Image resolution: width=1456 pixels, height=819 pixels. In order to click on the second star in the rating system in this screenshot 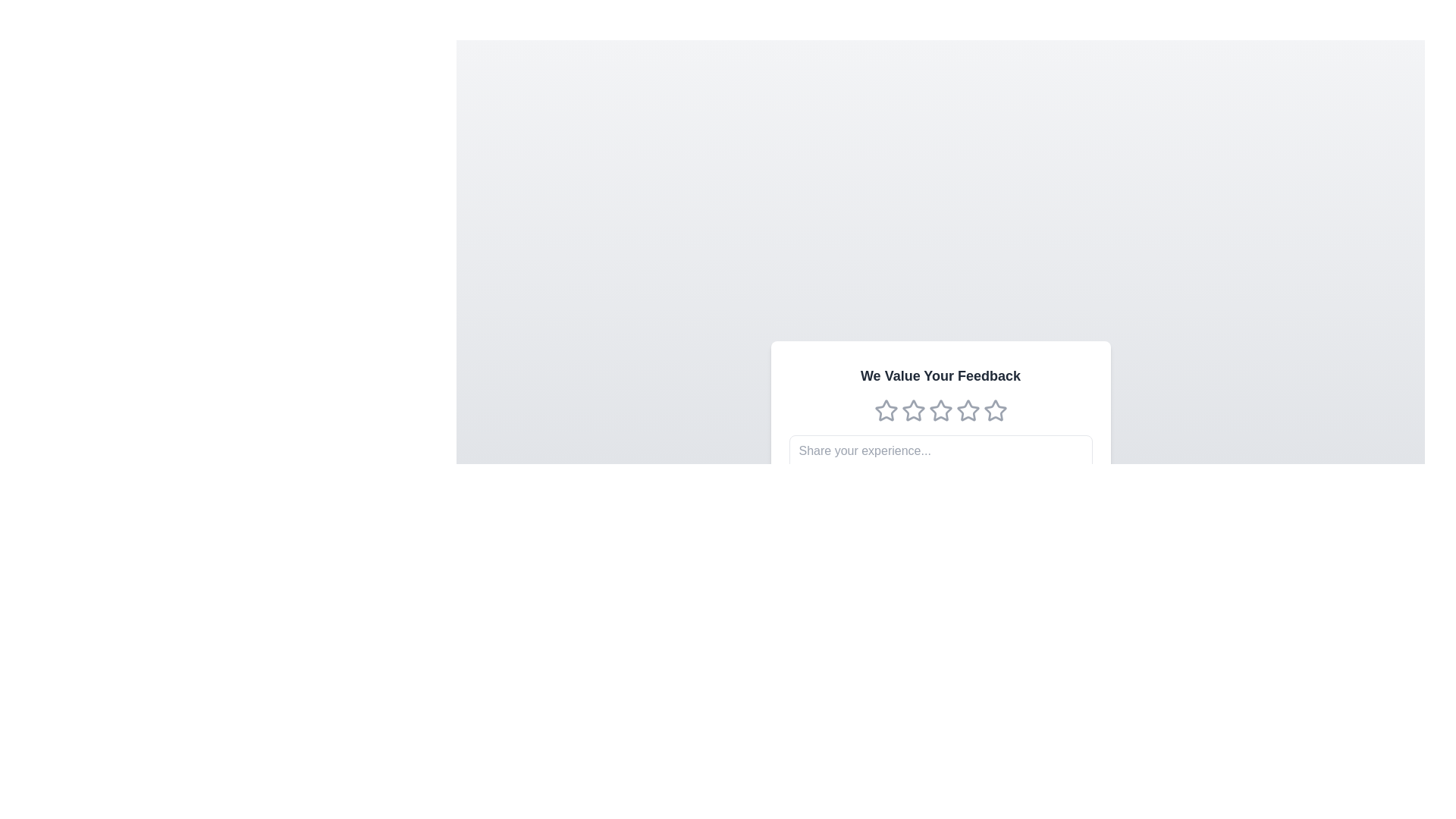, I will do `click(967, 410)`.